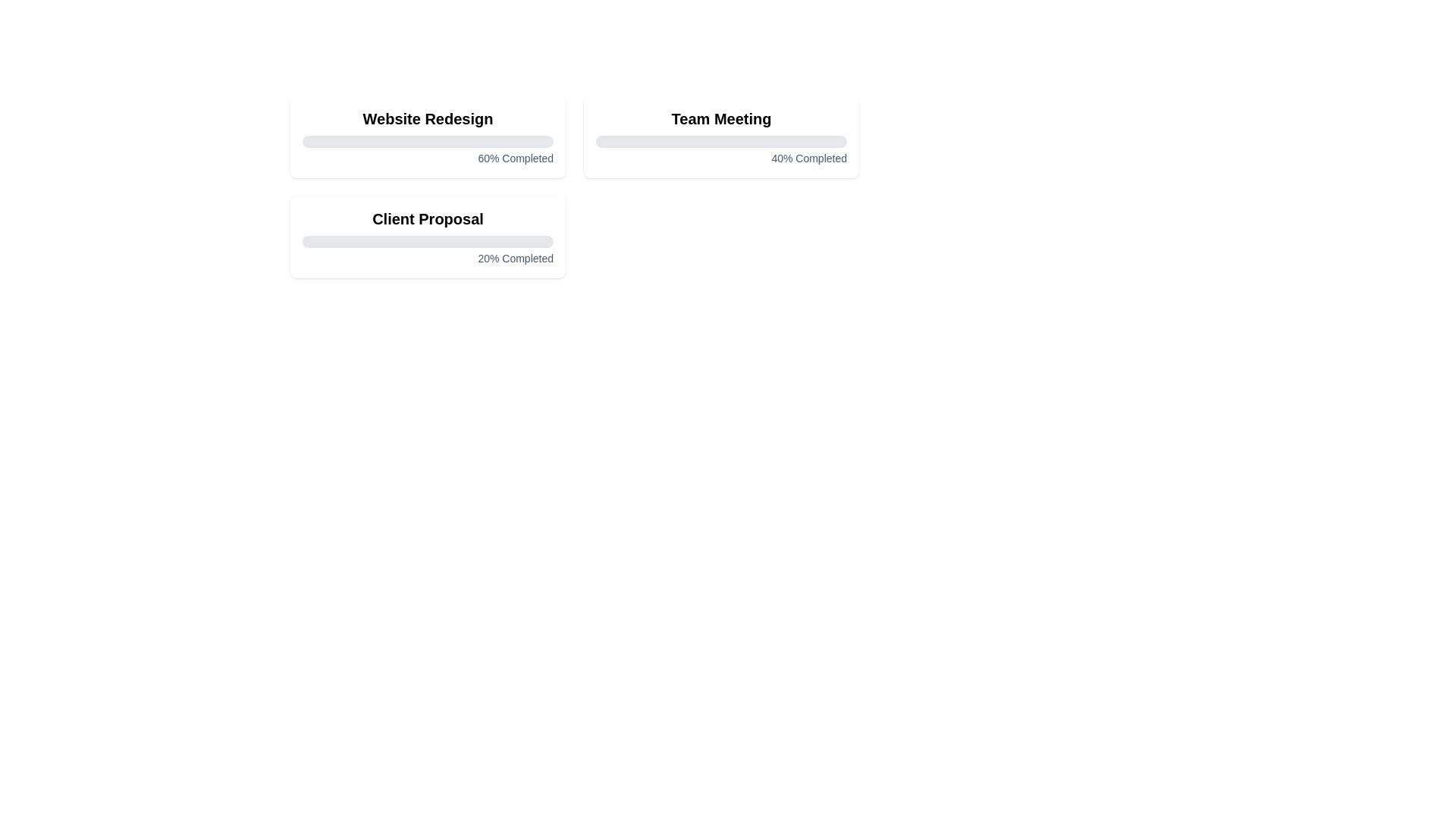  I want to click on the task title Team Meeting to select it, so click(720, 118).